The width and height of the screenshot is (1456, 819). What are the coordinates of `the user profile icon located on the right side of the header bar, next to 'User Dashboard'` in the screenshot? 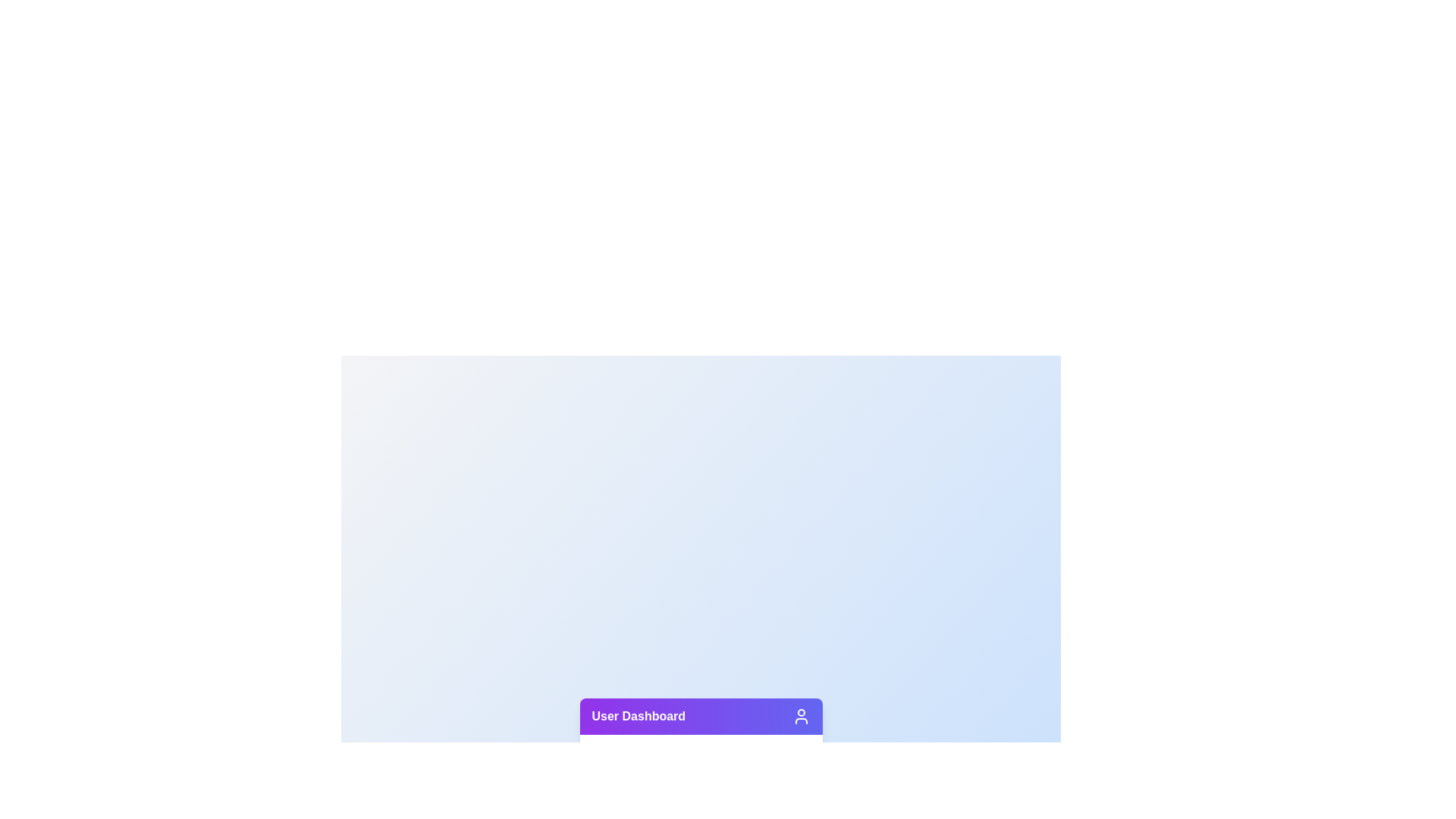 It's located at (800, 717).